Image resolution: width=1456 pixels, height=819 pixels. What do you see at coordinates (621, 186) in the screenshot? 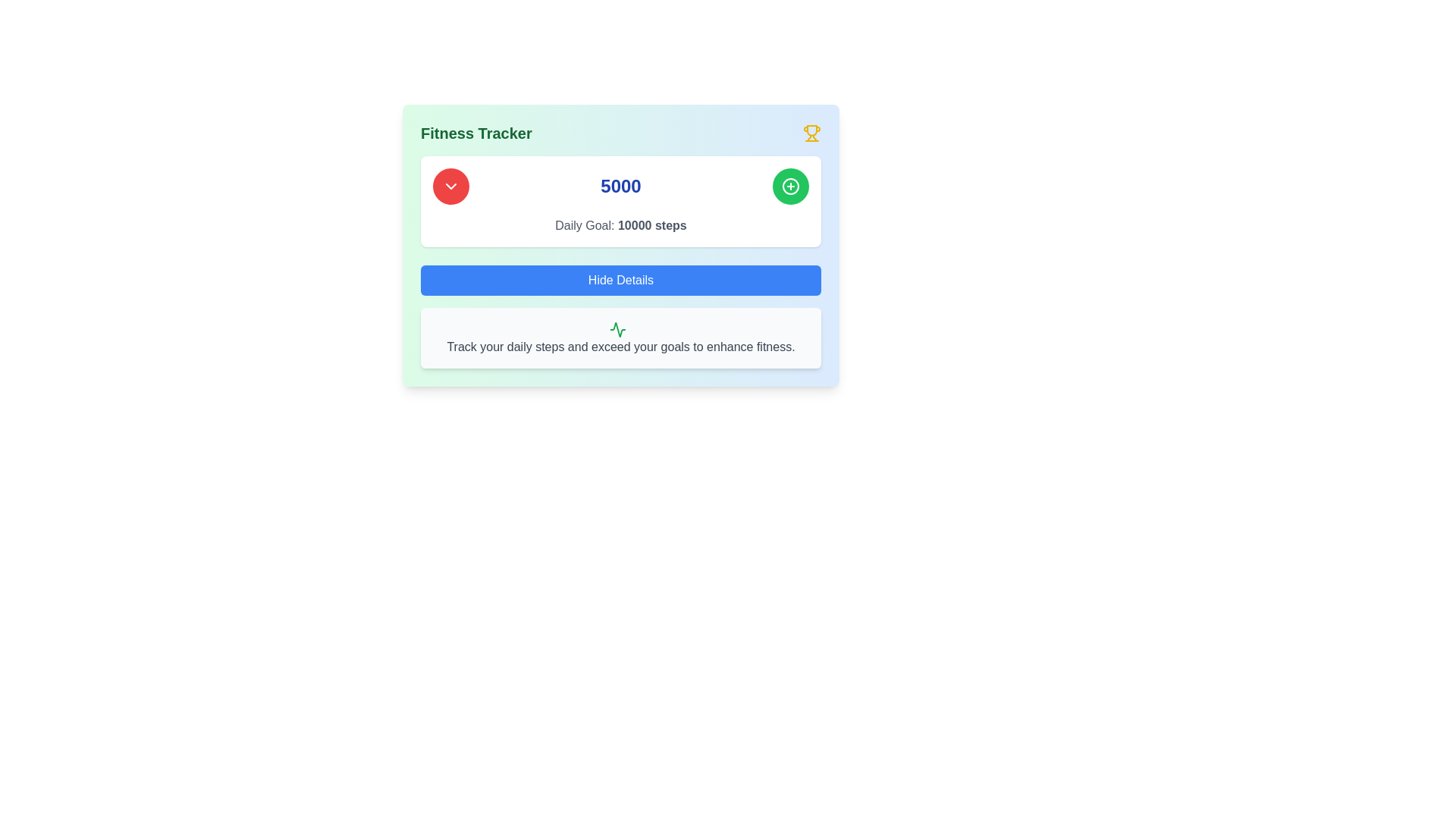
I see `the Text Label displaying the current step count in the fitness tracker interface, which is centrally positioned between a red circular button on the left and a green circular button on the right` at bounding box center [621, 186].